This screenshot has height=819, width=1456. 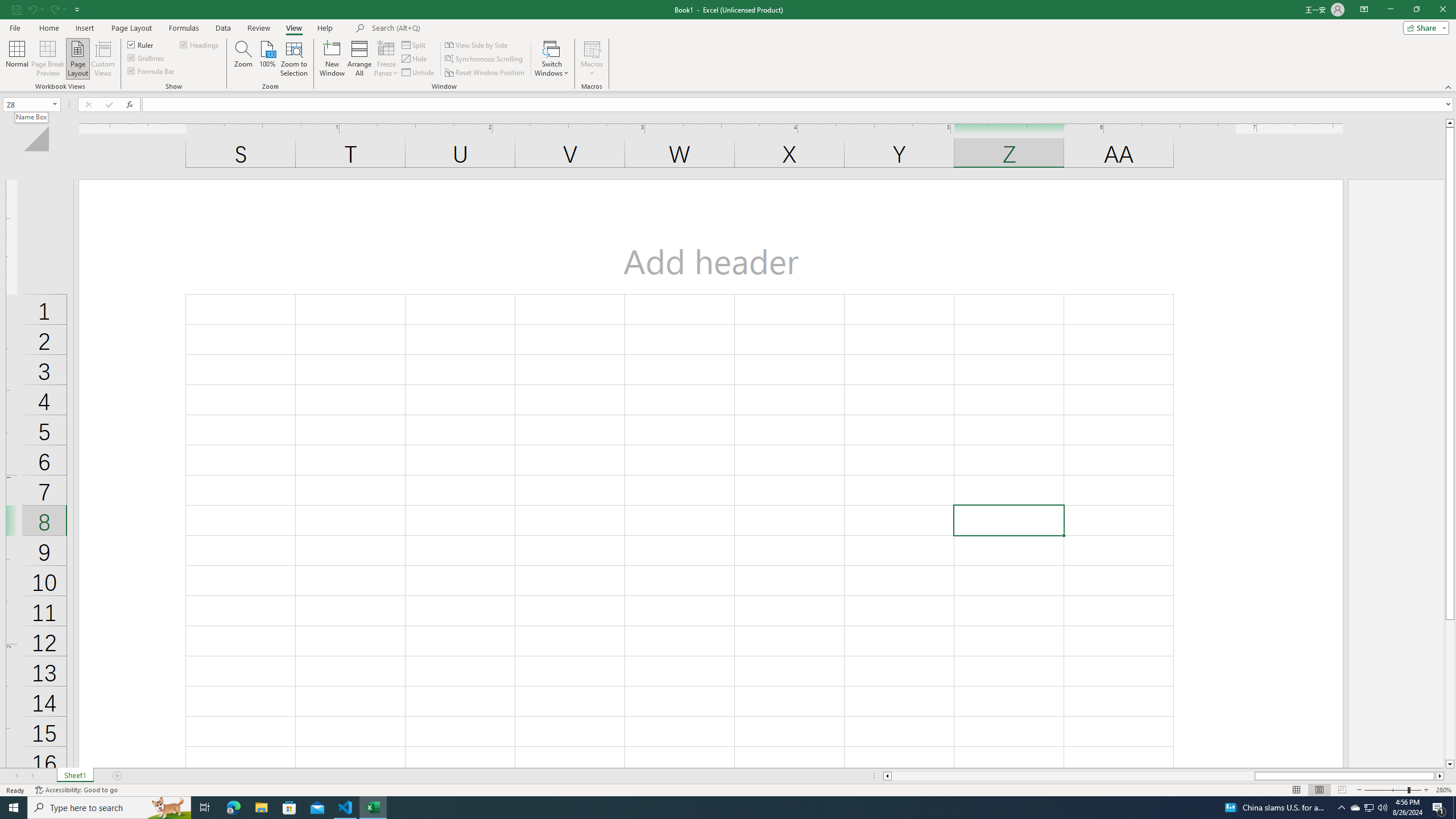 What do you see at coordinates (552, 59) in the screenshot?
I see `'Switch Windows'` at bounding box center [552, 59].